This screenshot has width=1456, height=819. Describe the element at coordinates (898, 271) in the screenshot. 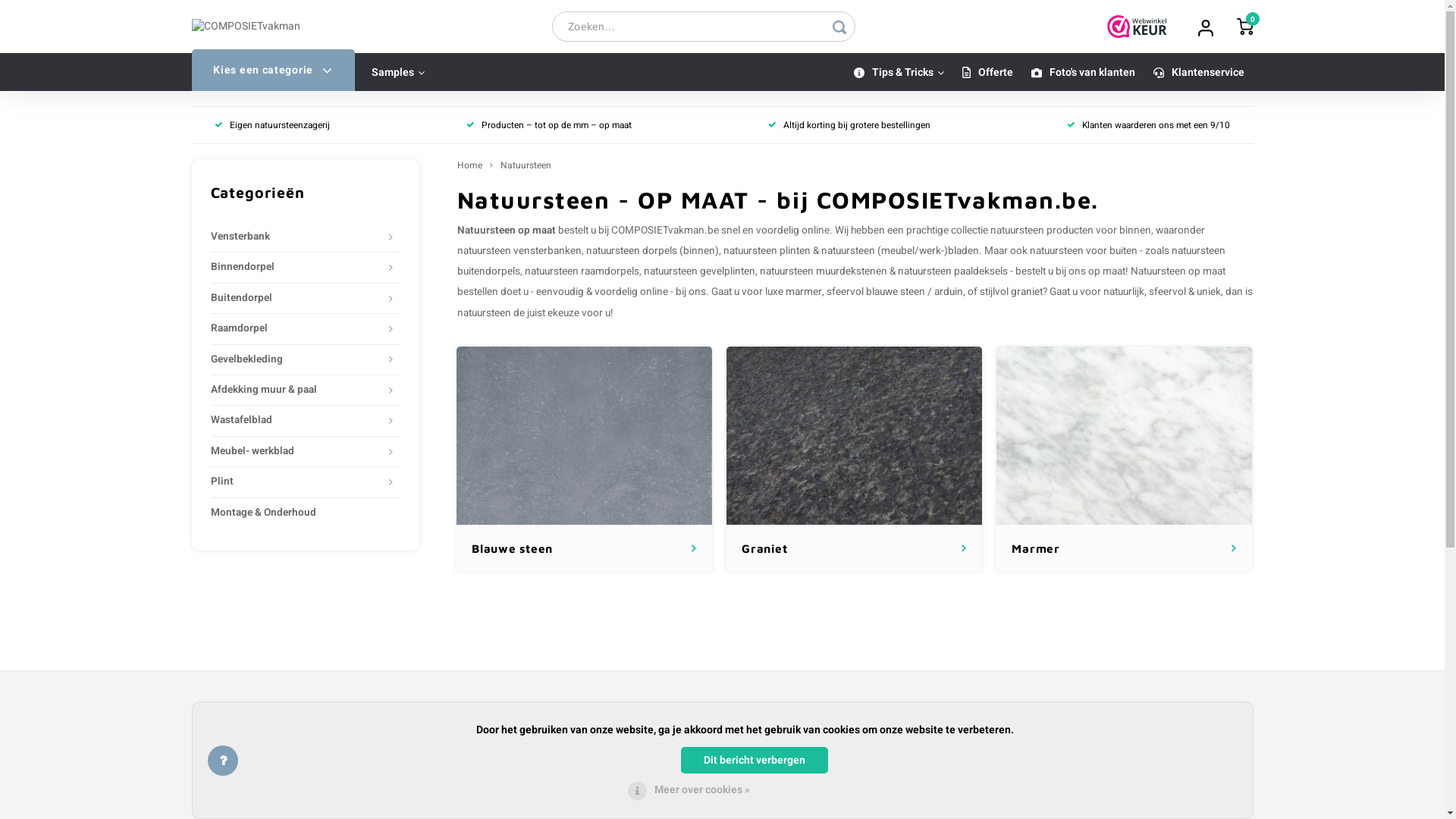

I see `'natuursteen paaldeksels'` at that location.